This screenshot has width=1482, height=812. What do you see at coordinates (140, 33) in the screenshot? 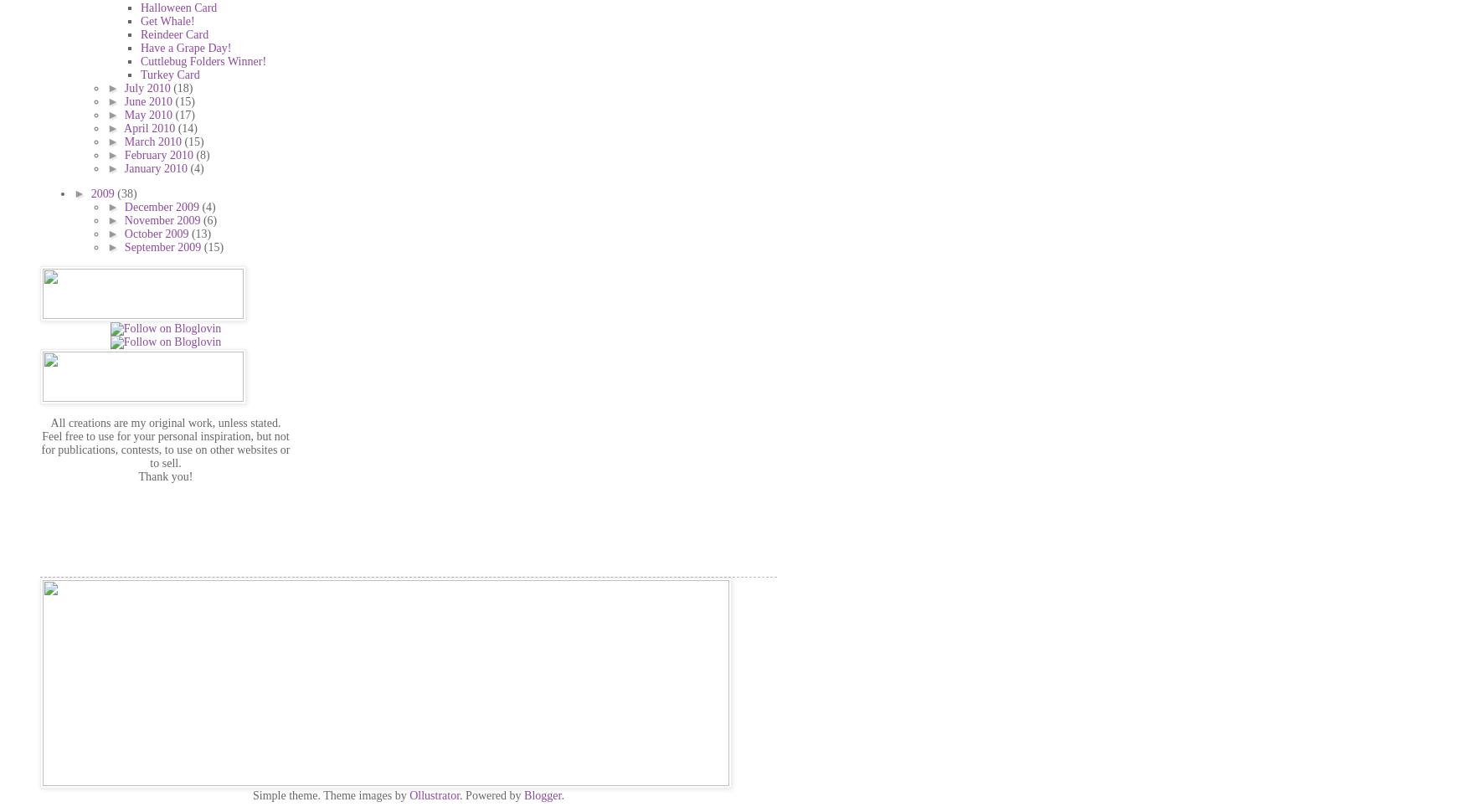
I see `'Reindeer Card'` at bounding box center [140, 33].